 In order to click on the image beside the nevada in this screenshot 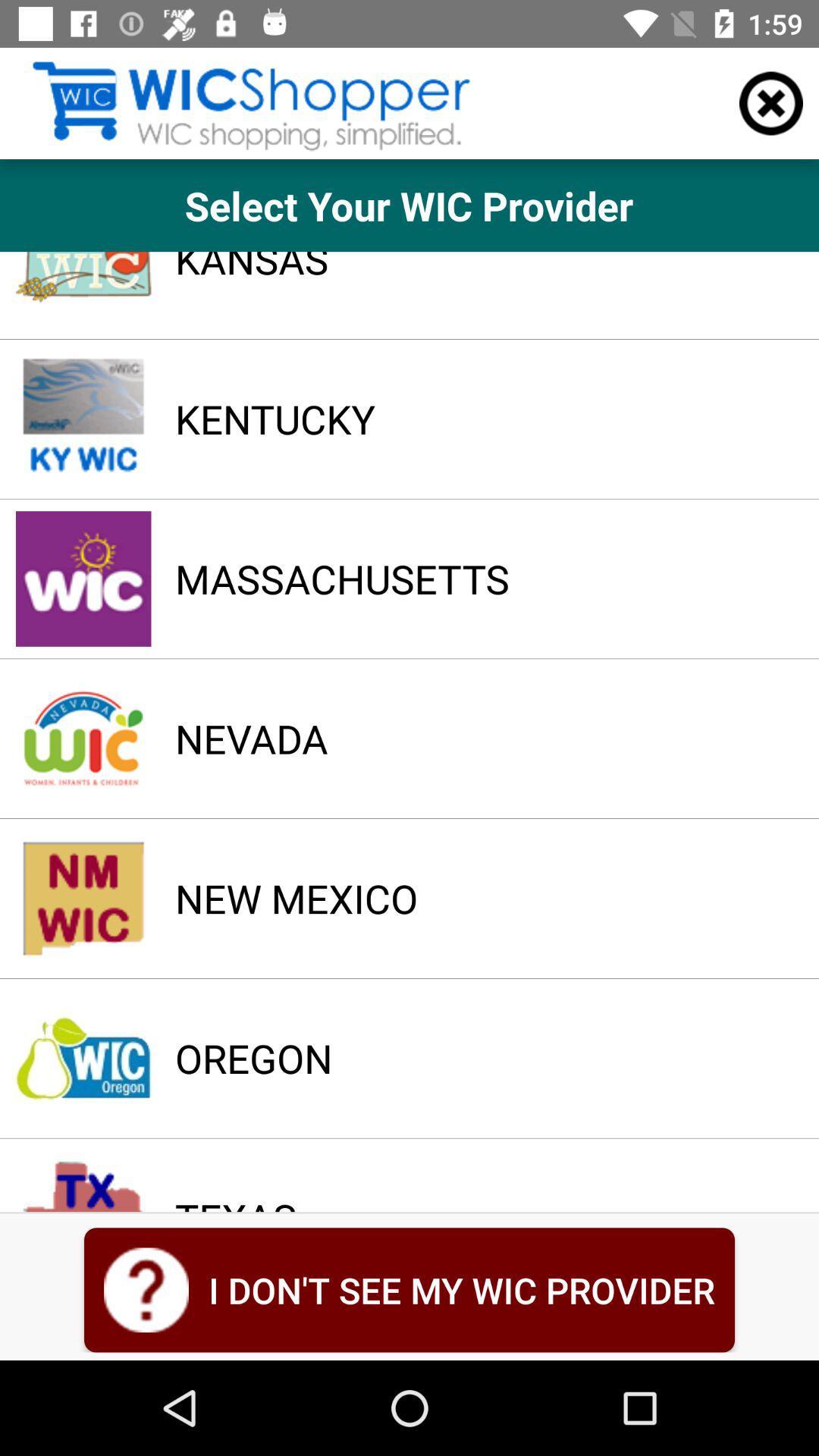, I will do `click(83, 739)`.